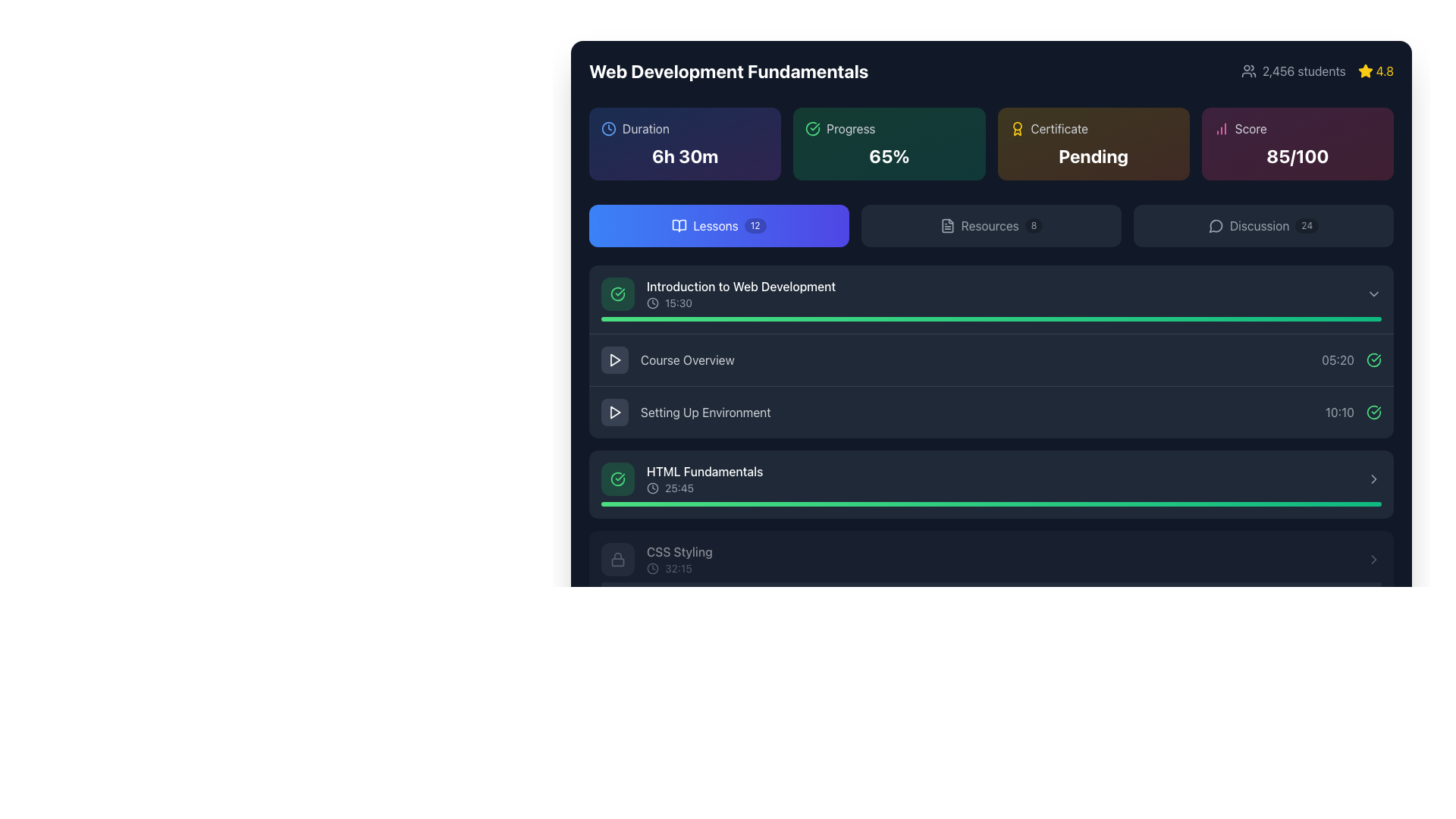  I want to click on displayed rating information that is represented by a yellow star icon and the text '4.8', located in the top-right corner of the interface next to '2,456 students', so click(1376, 71).